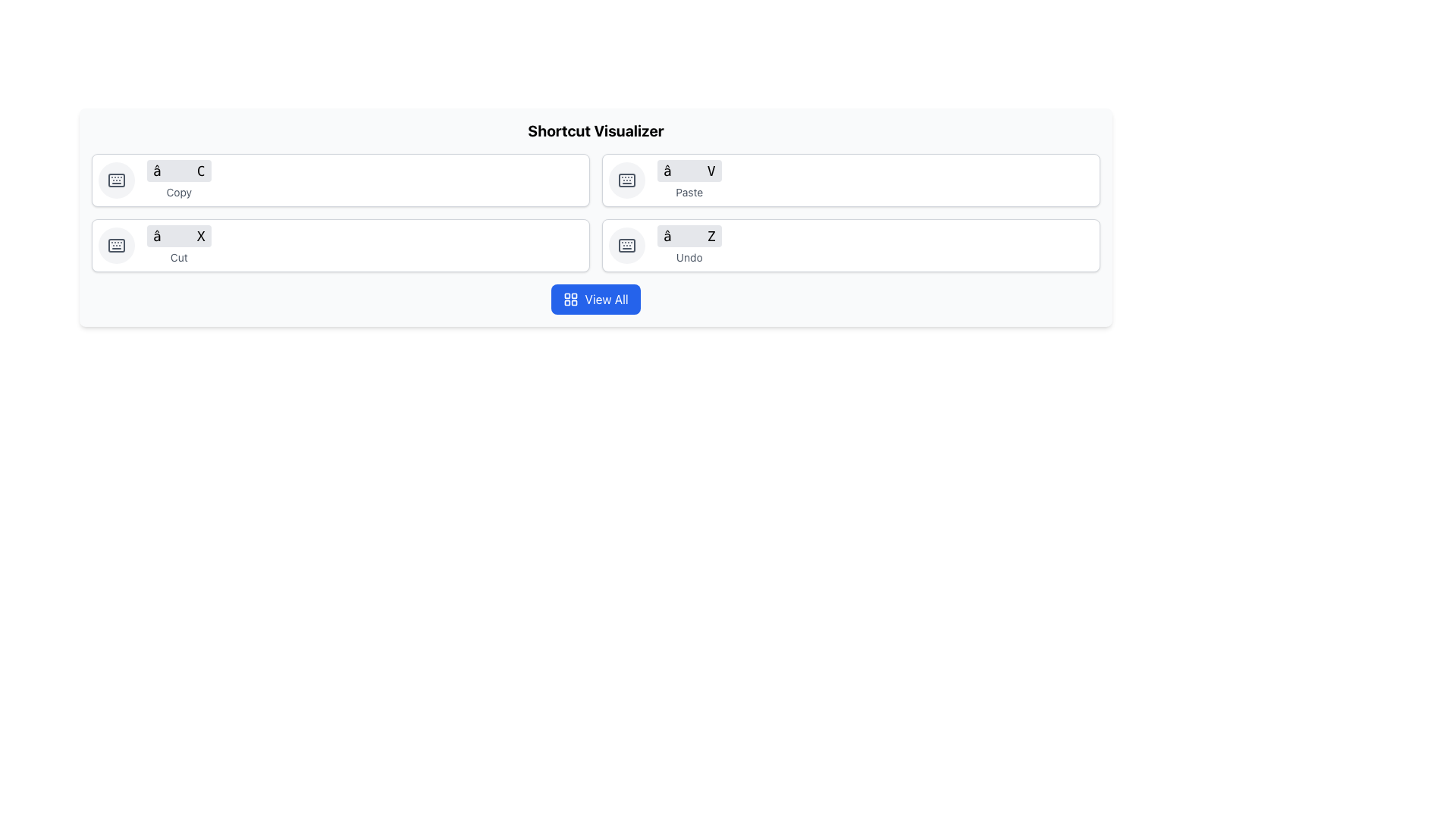  I want to click on the navigational button located at the bottom center of the interface, so click(595, 299).